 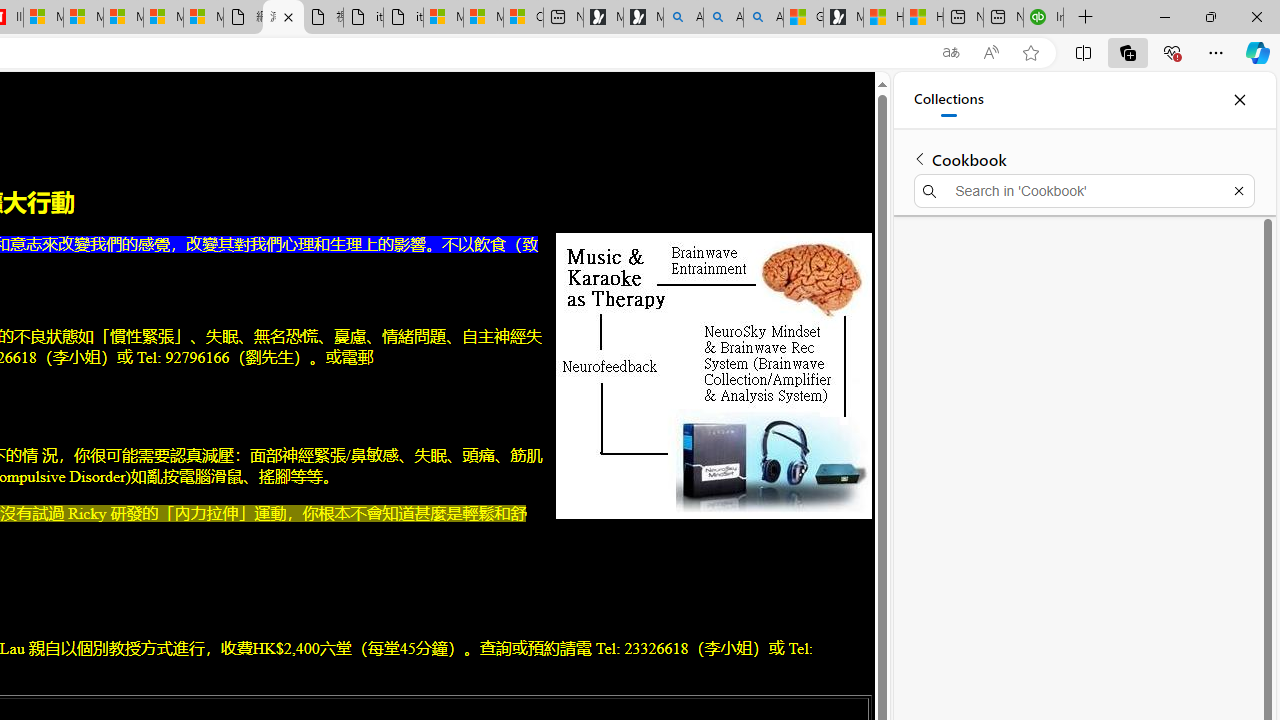 What do you see at coordinates (683, 17) in the screenshot?
I see `'Alabama high school quarterback dies - Search'` at bounding box center [683, 17].